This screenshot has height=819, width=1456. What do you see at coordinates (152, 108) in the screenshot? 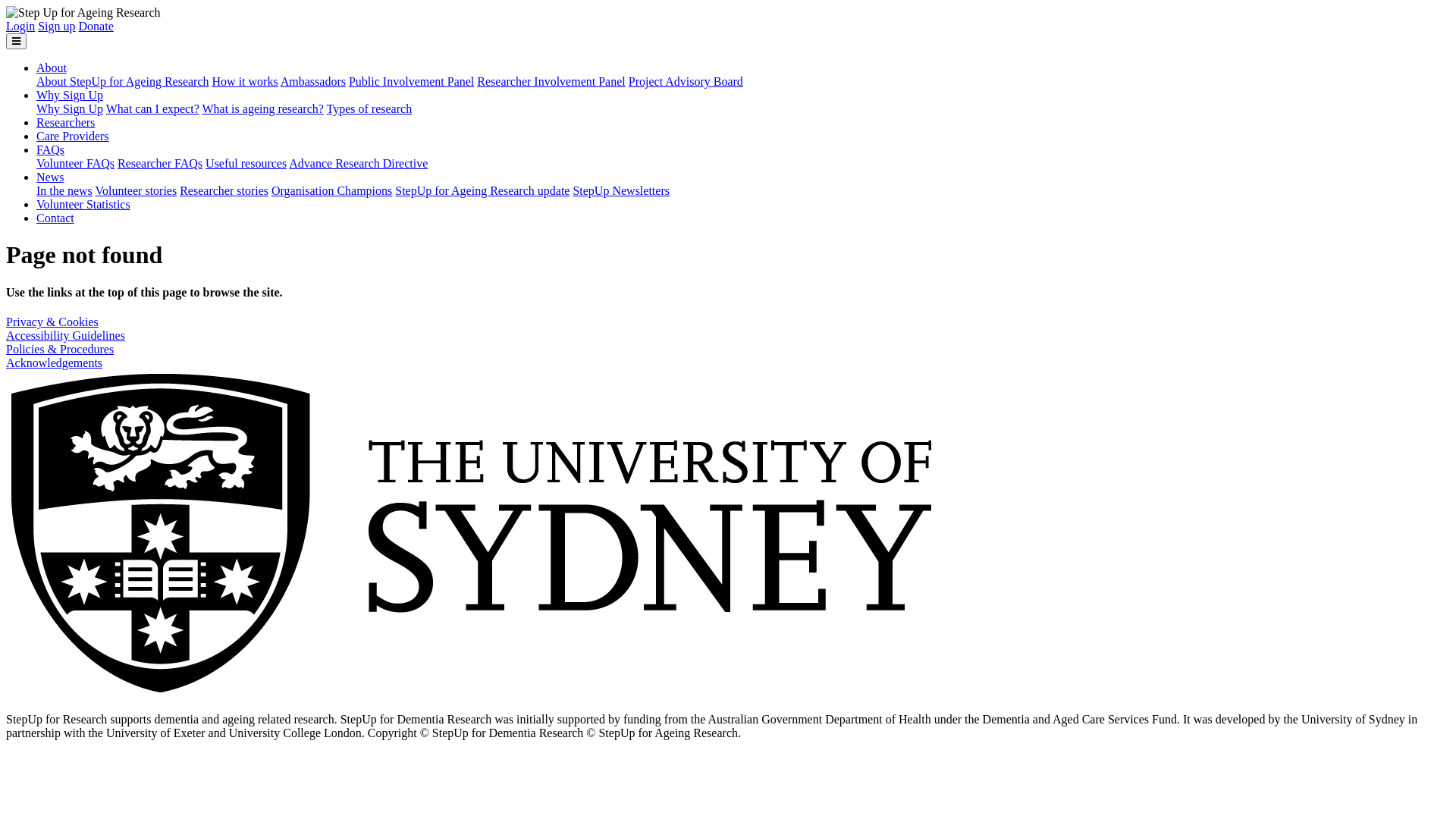
I see `'What can I expect?'` at bounding box center [152, 108].